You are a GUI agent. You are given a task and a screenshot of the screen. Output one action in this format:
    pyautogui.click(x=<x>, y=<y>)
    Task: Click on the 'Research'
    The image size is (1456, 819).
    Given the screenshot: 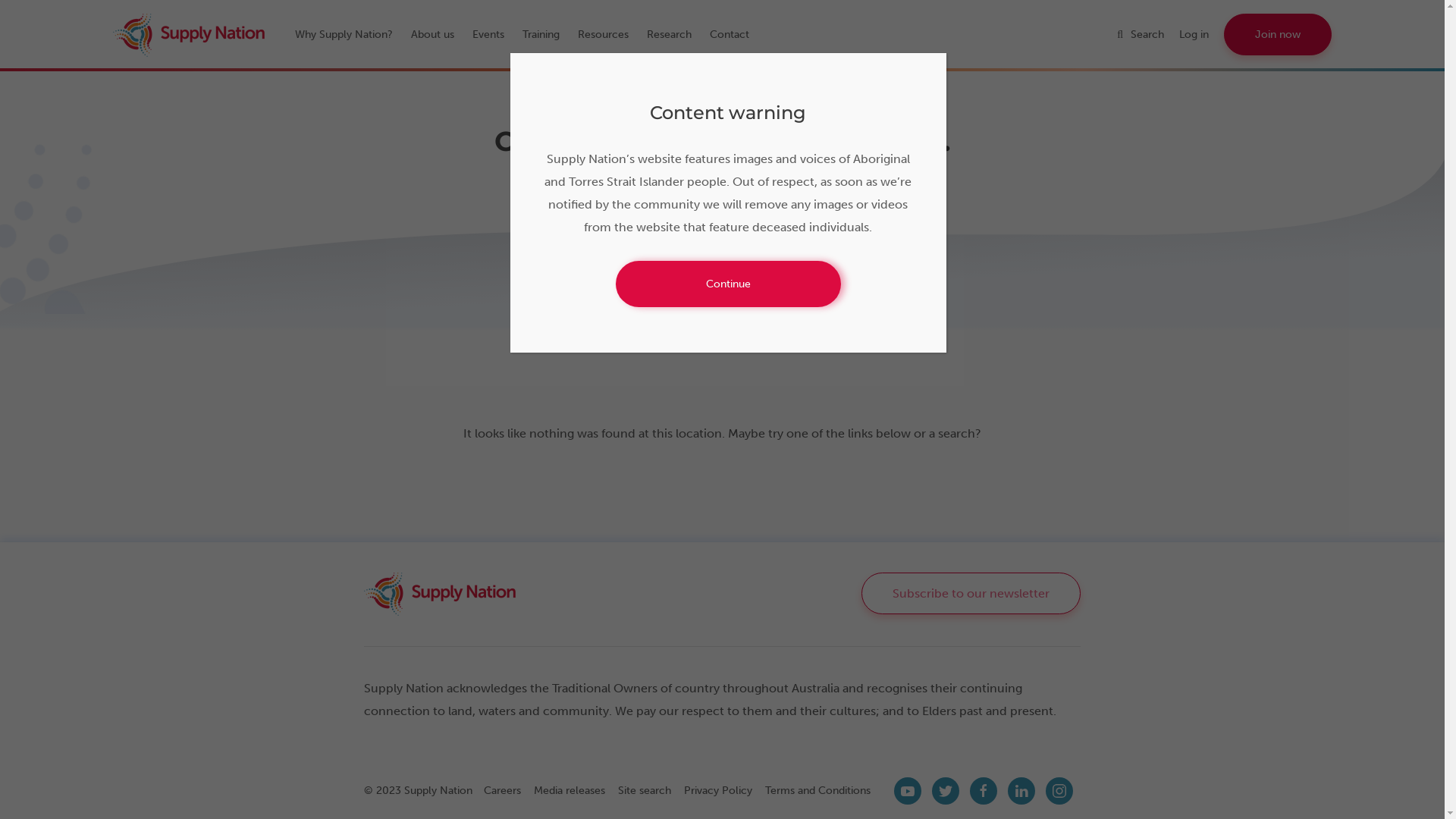 What is the action you would take?
    pyautogui.click(x=676, y=34)
    